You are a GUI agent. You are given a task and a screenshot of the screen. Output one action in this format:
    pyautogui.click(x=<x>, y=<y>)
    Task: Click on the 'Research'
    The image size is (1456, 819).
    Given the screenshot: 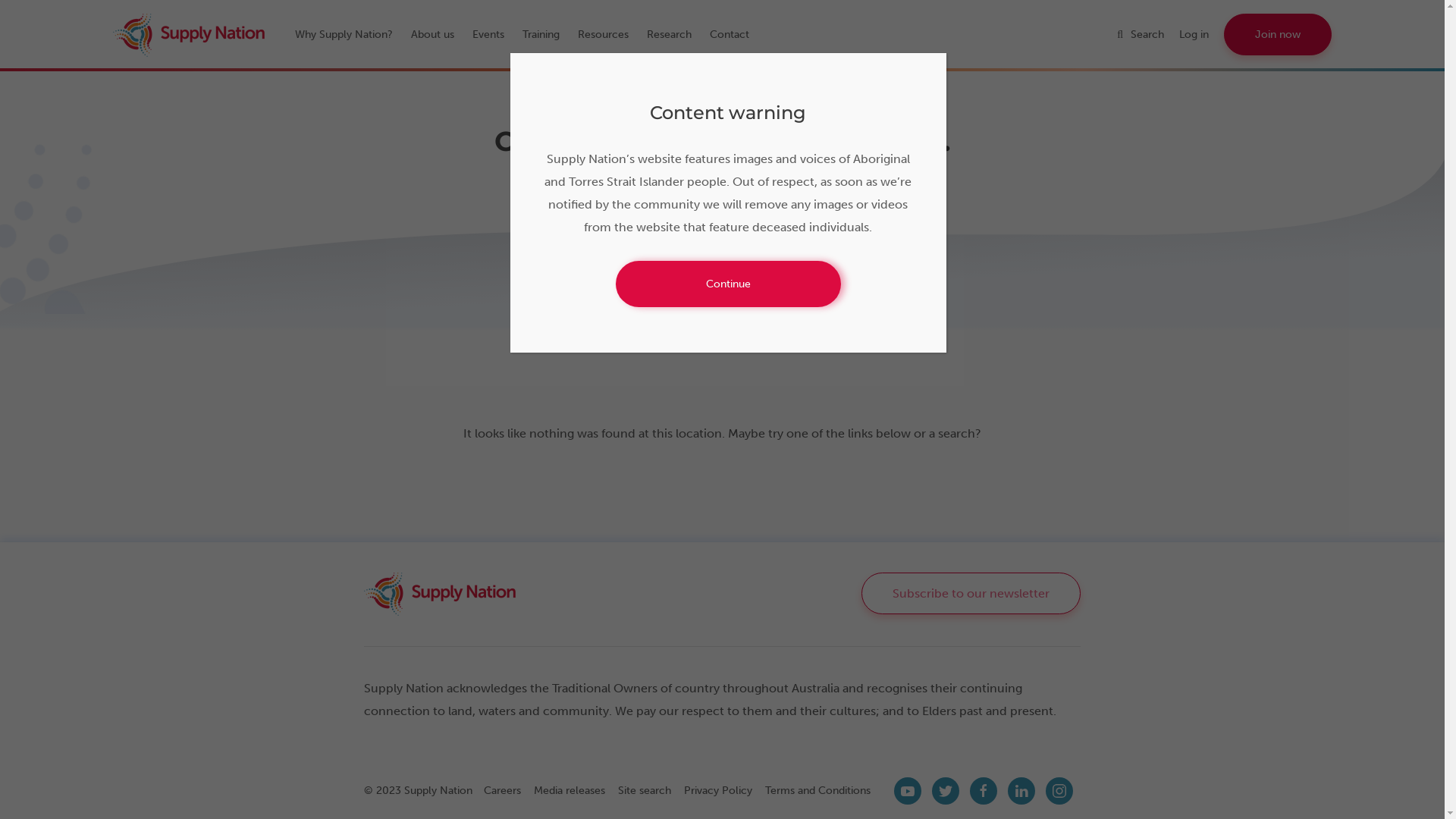 What is the action you would take?
    pyautogui.click(x=676, y=34)
    